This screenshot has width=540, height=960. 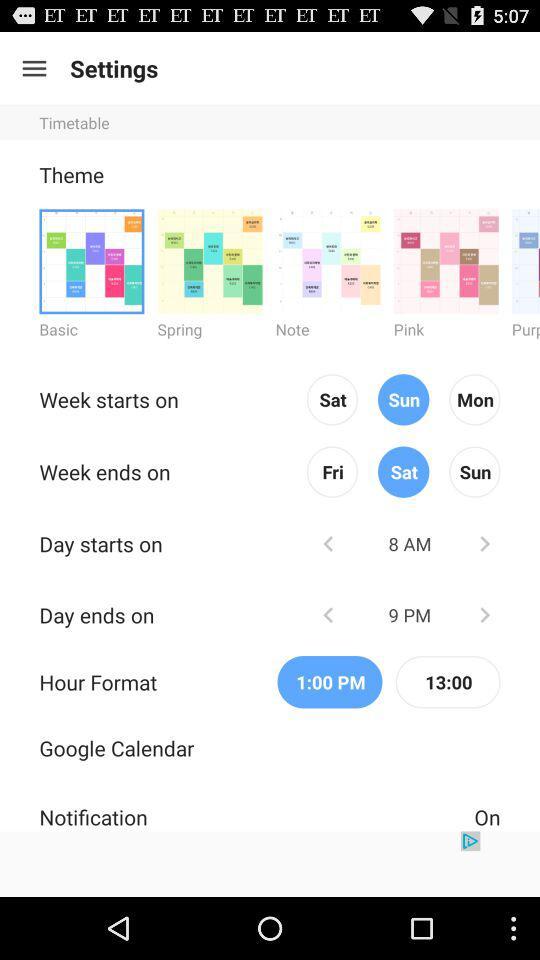 What do you see at coordinates (328, 613) in the screenshot?
I see `previous icon` at bounding box center [328, 613].